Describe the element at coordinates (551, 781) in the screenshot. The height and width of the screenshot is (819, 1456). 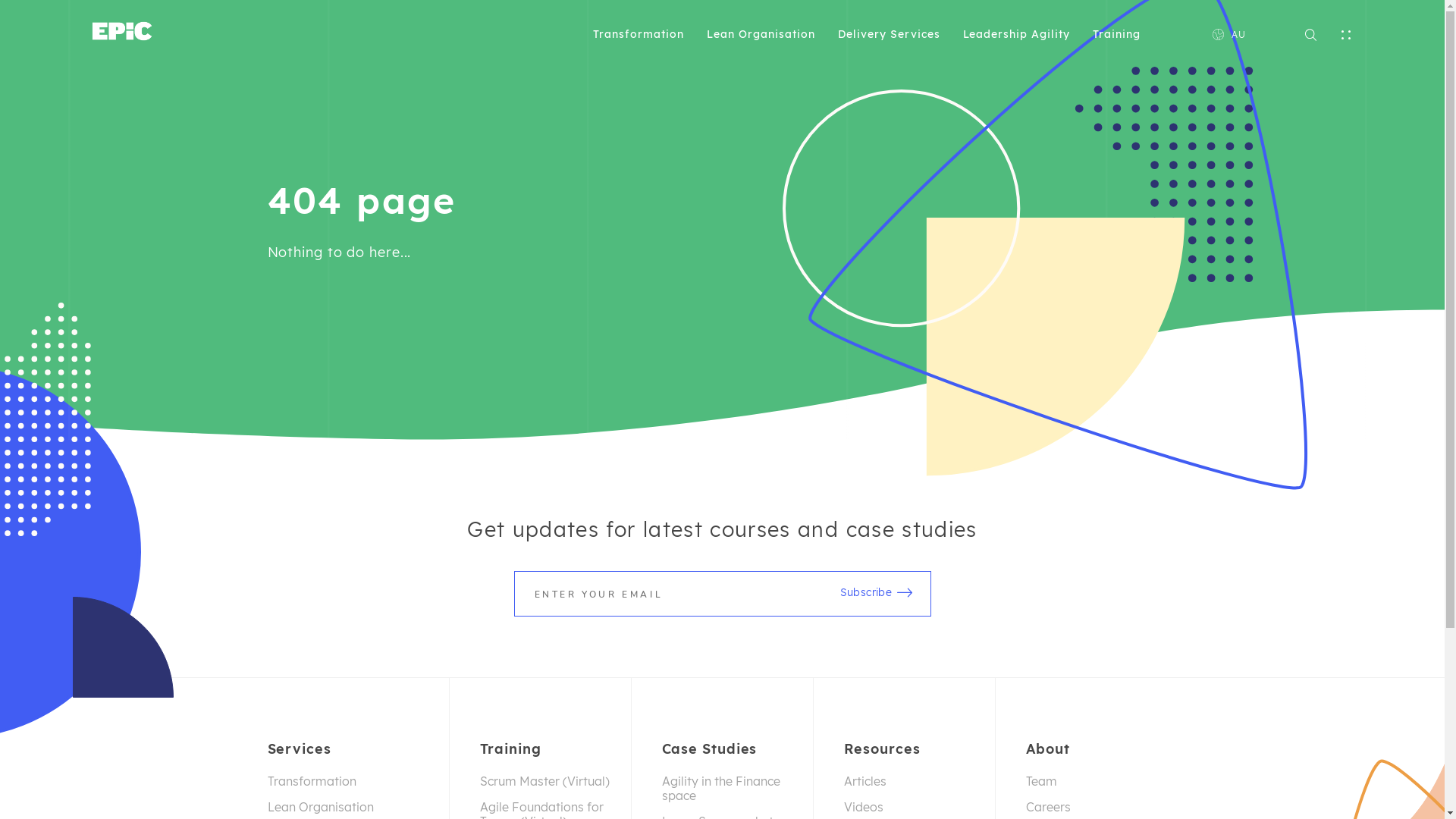
I see `'Scrum Master (Virtual)'` at that location.